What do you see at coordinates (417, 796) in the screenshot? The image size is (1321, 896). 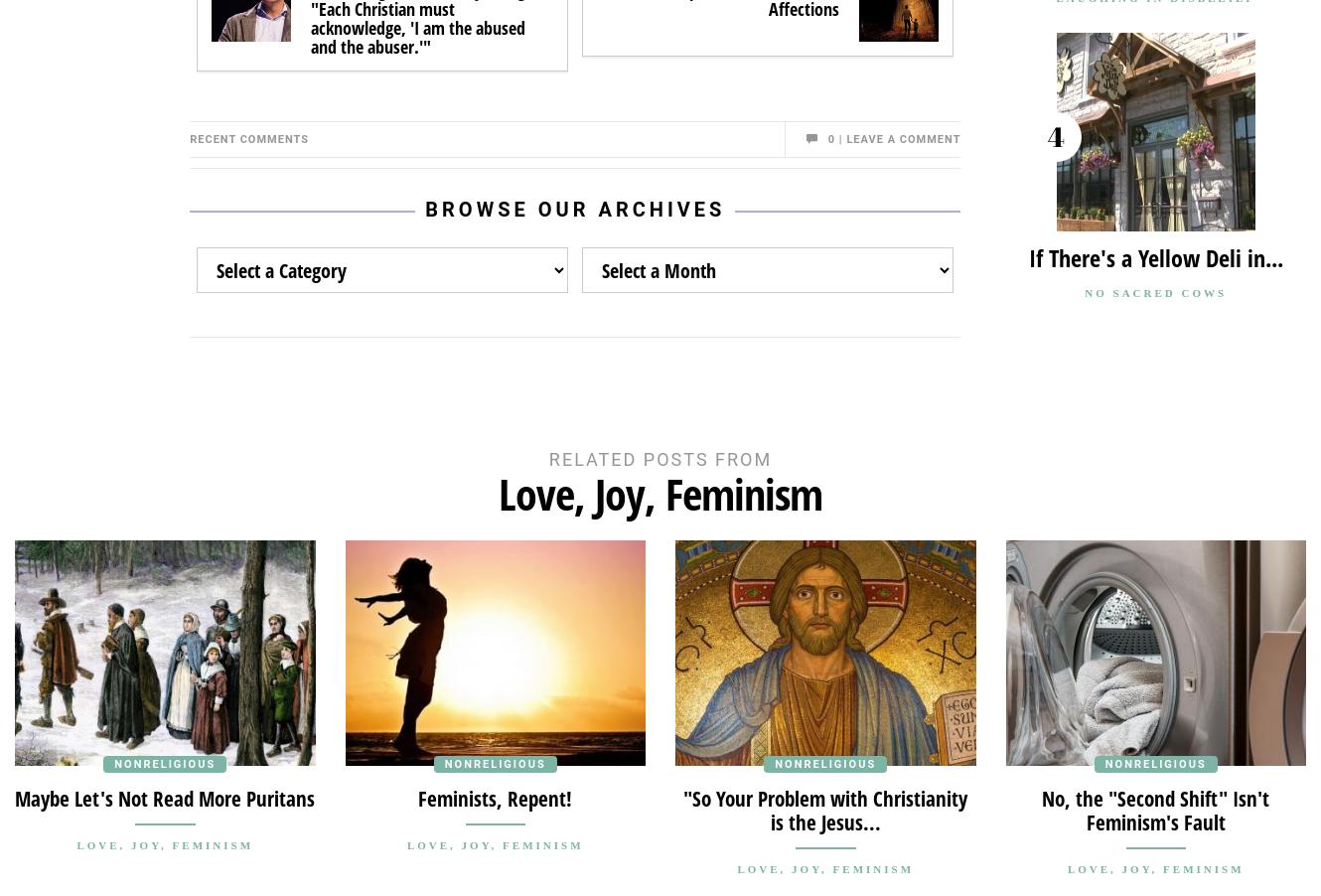 I see `'Feminists, Repent!'` at bounding box center [417, 796].